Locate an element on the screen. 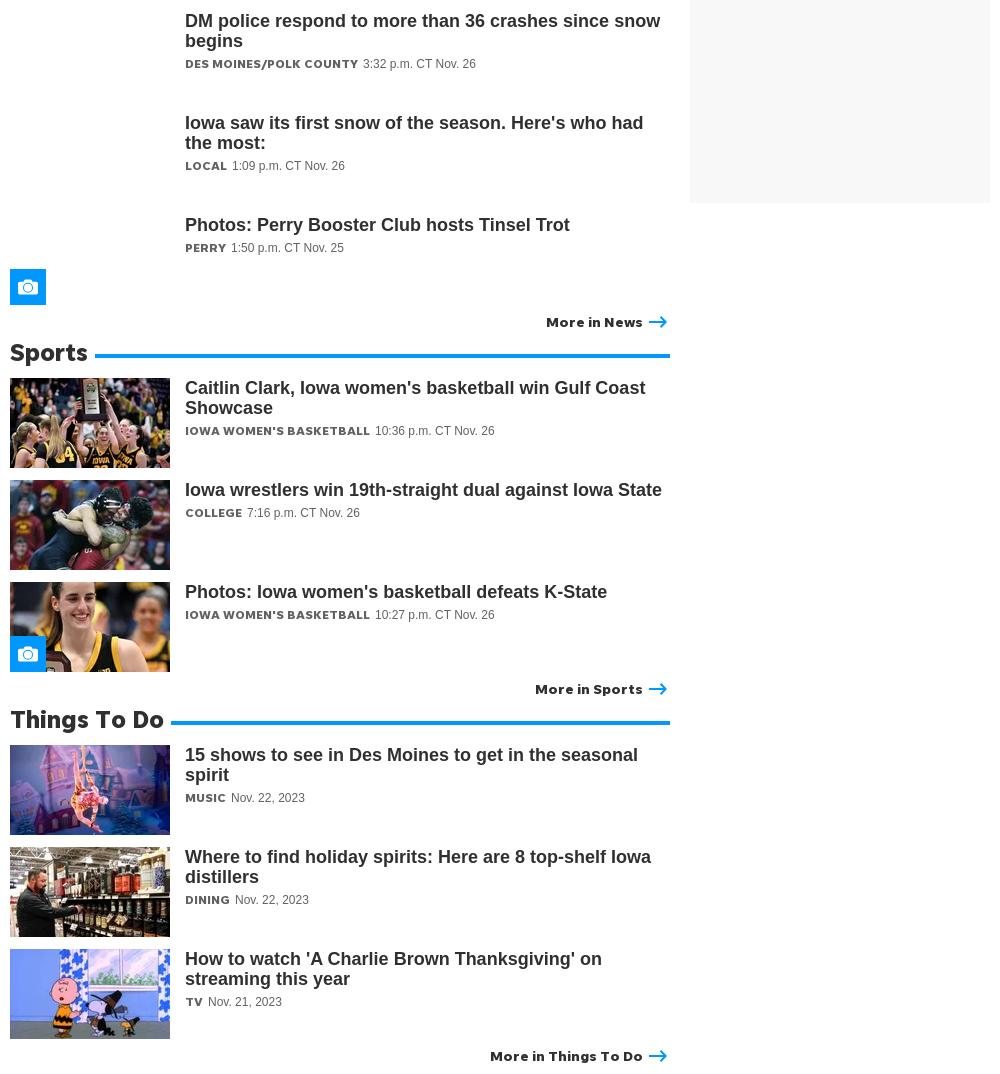  'Caitlin Clark, Iowa women's basketball win Gulf Coast Showcase' is located at coordinates (415, 398).